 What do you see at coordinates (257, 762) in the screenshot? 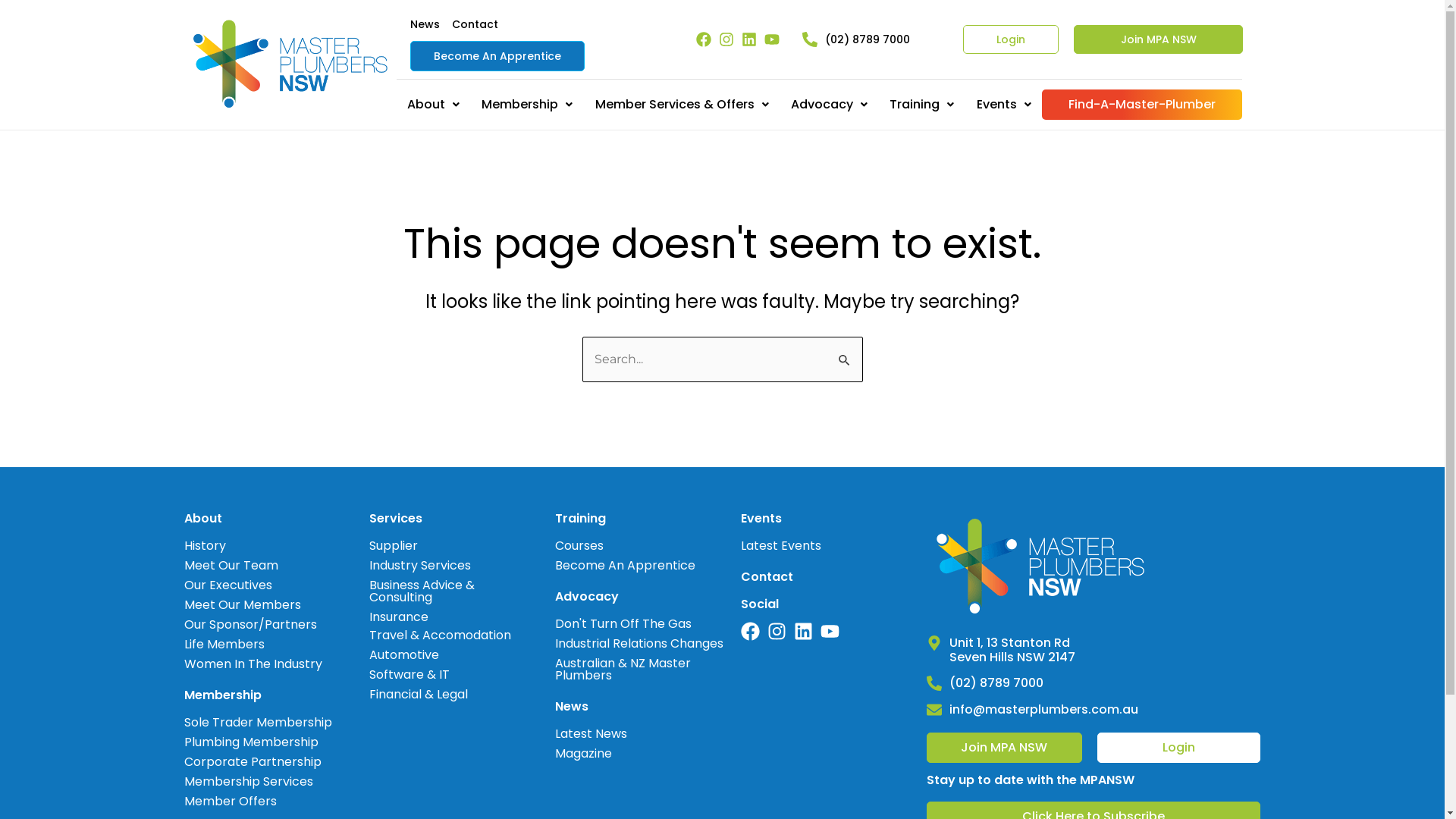
I see `'Corporate Partnership'` at bounding box center [257, 762].